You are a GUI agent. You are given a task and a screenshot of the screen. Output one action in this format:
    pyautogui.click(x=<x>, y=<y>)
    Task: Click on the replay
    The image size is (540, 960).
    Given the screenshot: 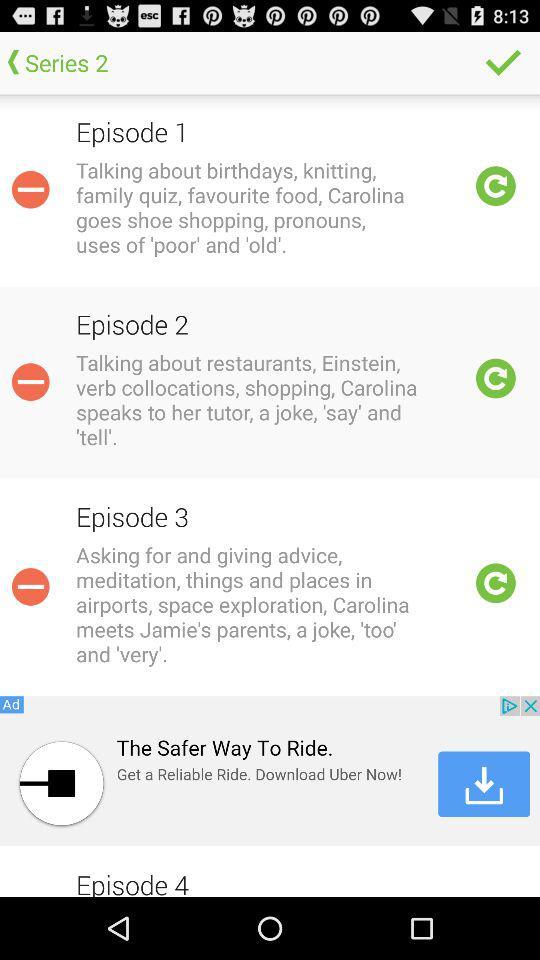 What is the action you would take?
    pyautogui.click(x=495, y=583)
    